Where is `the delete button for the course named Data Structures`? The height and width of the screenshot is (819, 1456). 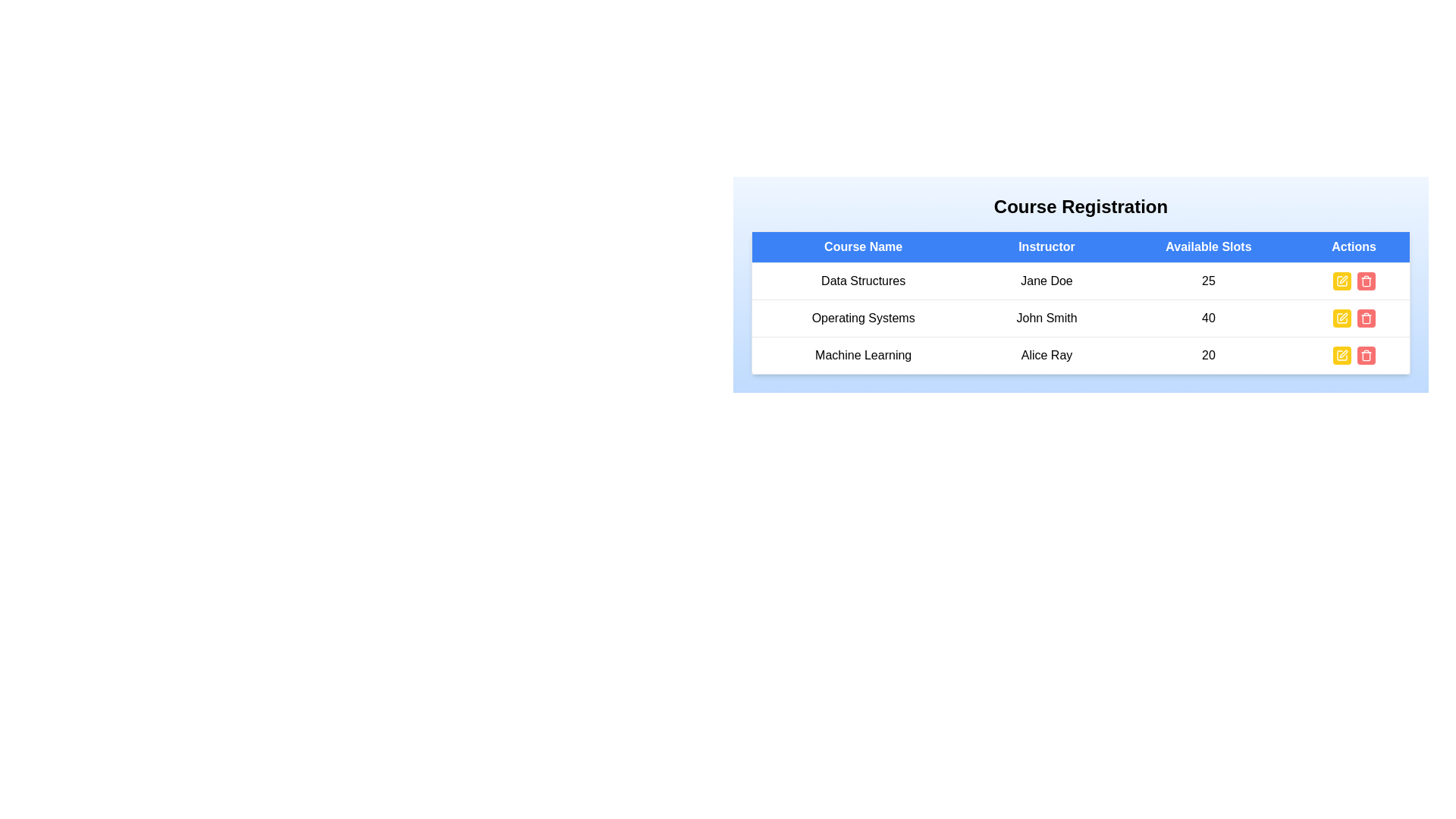
the delete button for the course named Data Structures is located at coordinates (1366, 281).